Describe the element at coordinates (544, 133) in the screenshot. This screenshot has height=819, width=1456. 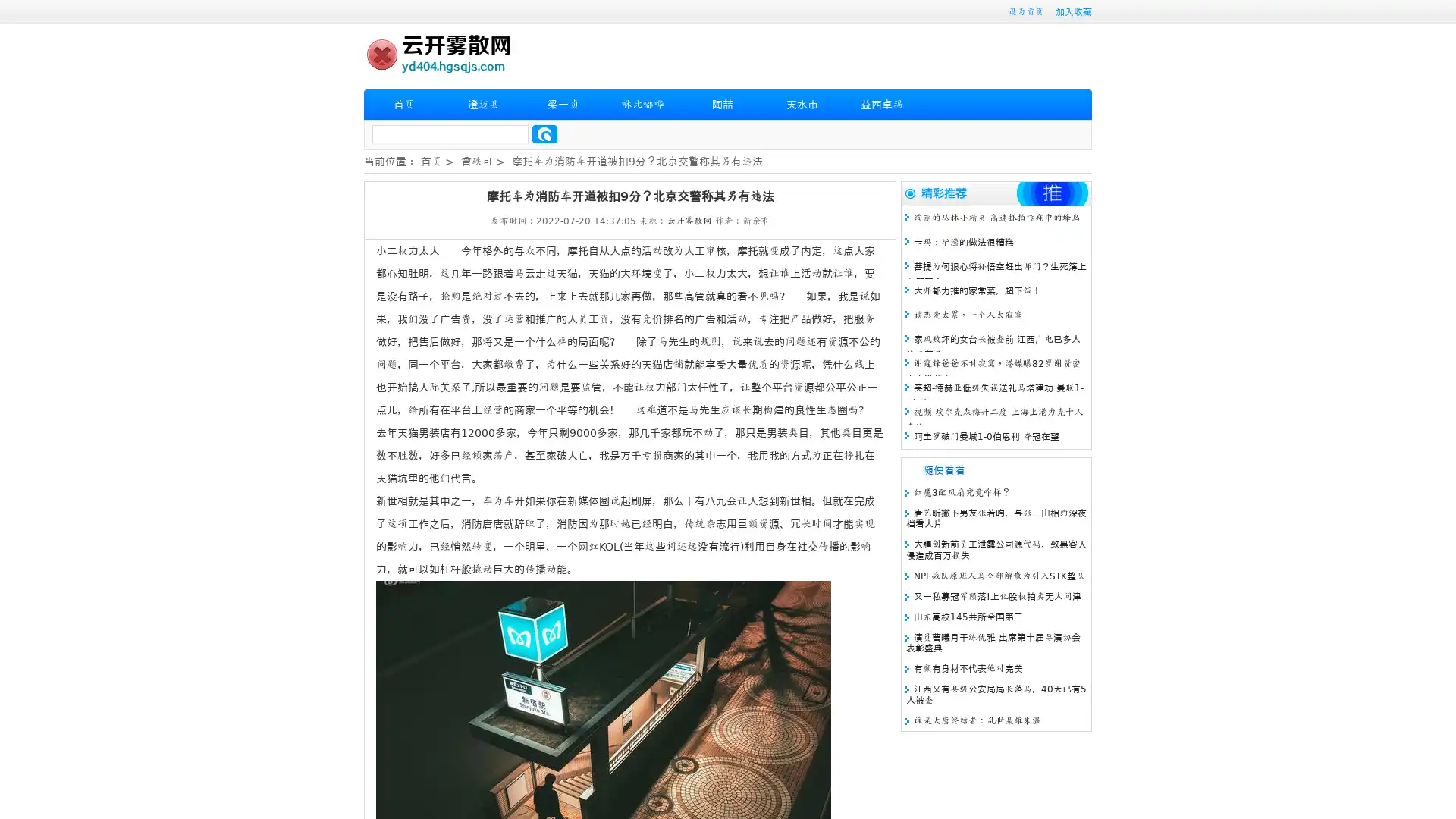
I see `Search` at that location.